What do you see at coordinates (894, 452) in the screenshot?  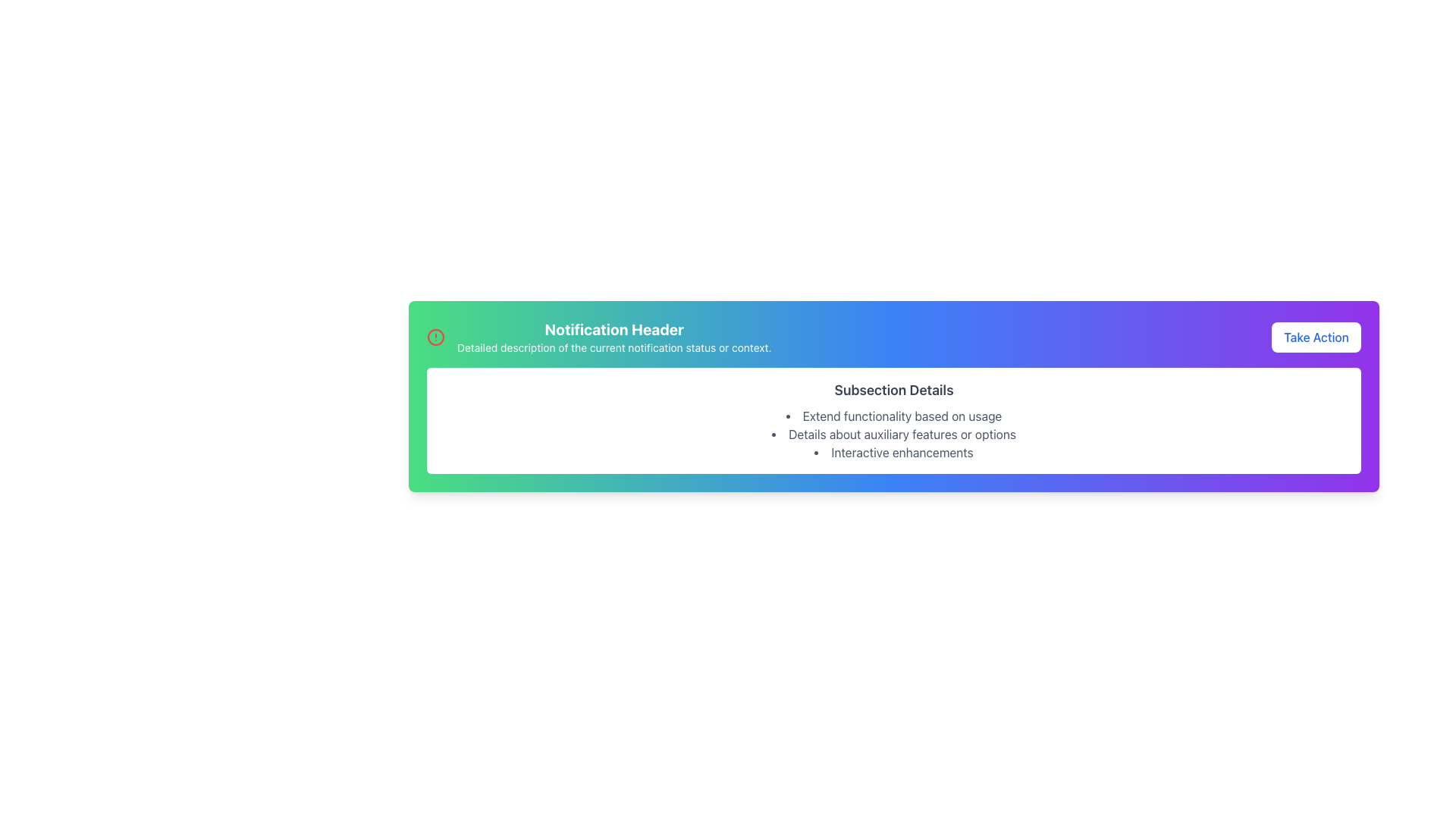 I see `the third item in the bullet-point list located in the 'Subsection Details' section under the 'Notification Header'` at bounding box center [894, 452].